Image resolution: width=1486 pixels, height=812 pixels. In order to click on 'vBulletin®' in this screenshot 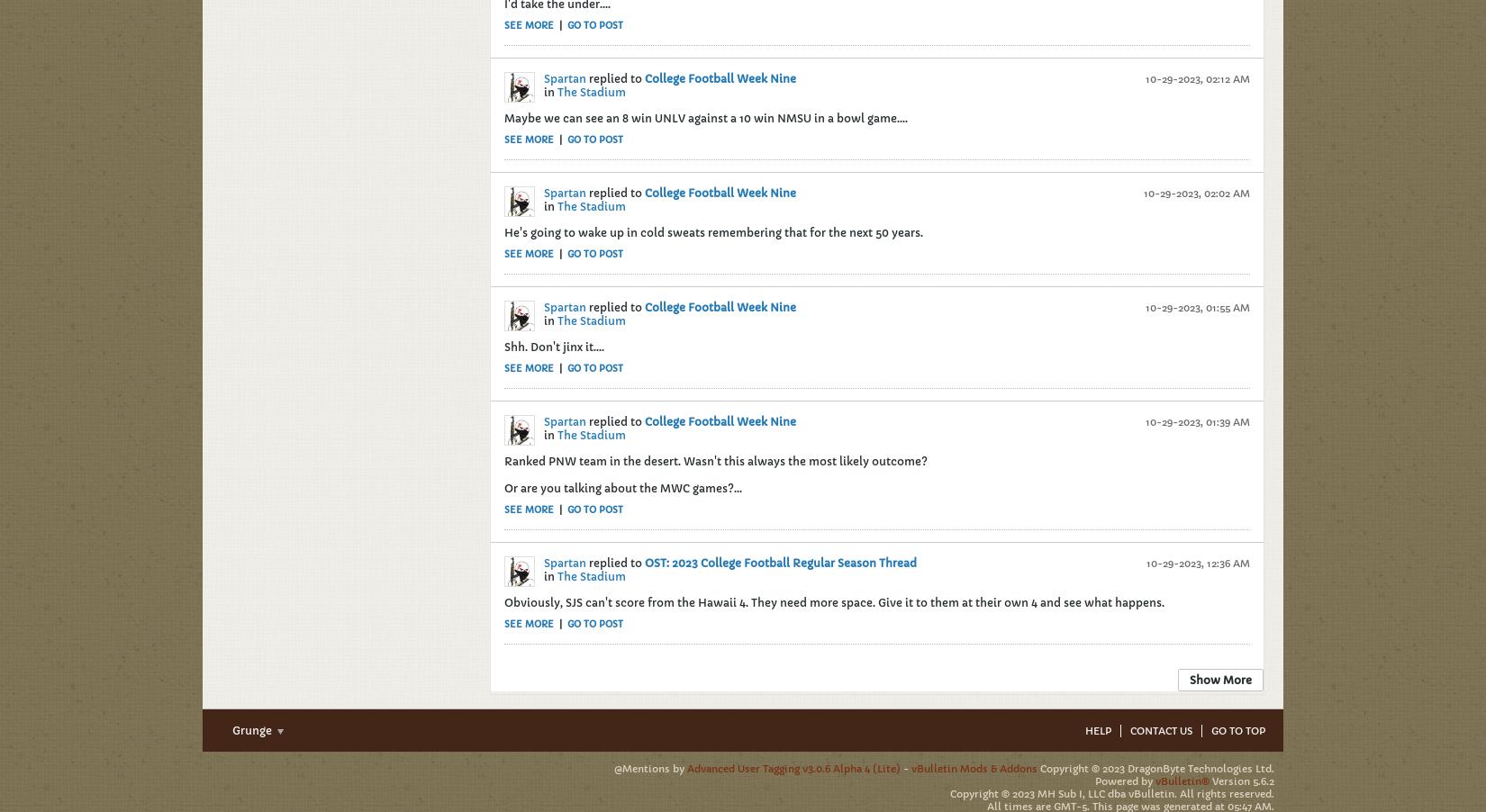, I will do `click(1182, 780)`.